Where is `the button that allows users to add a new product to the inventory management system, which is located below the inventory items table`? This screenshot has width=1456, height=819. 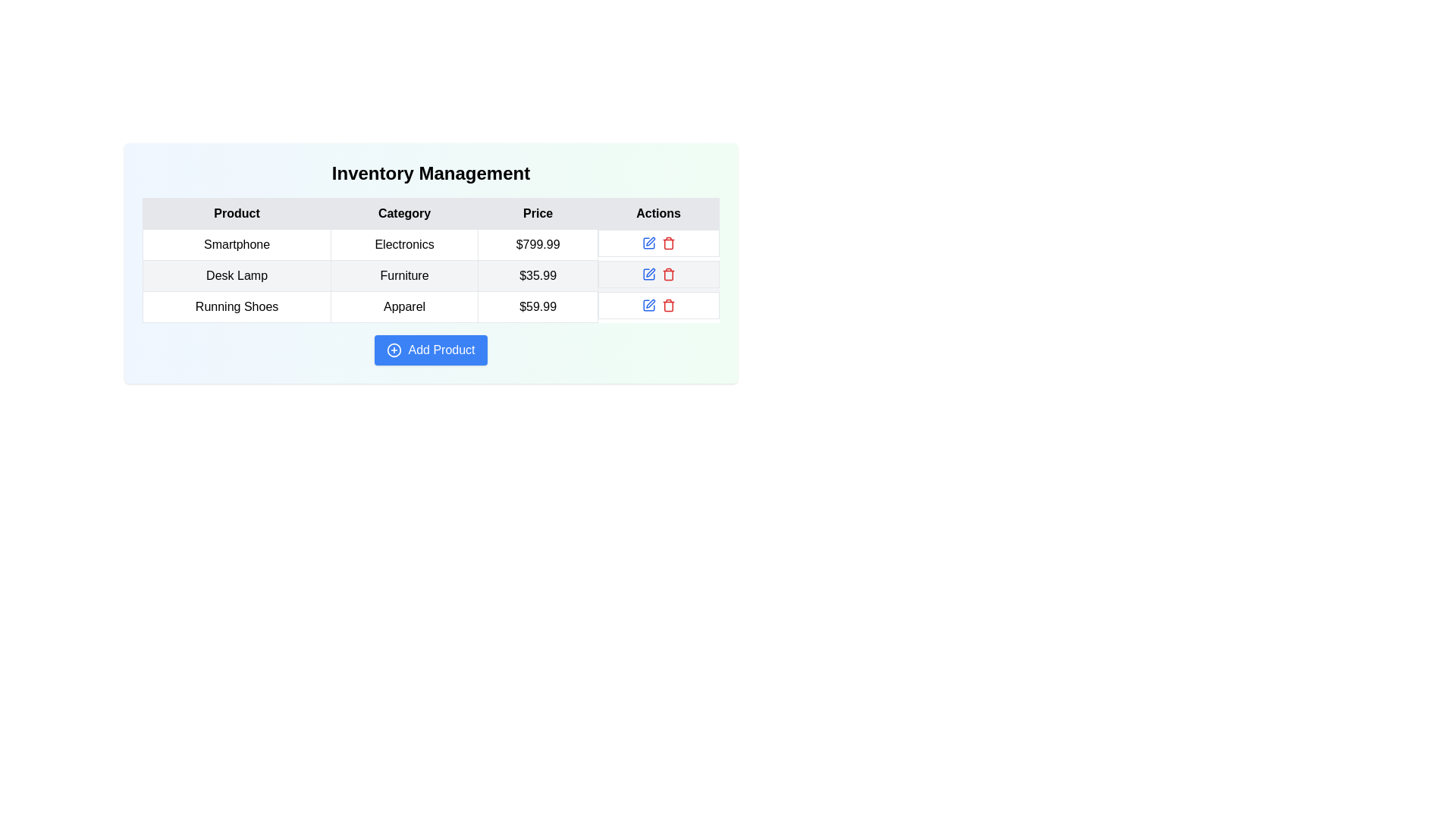
the button that allows users to add a new product to the inventory management system, which is located below the inventory items table is located at coordinates (430, 350).